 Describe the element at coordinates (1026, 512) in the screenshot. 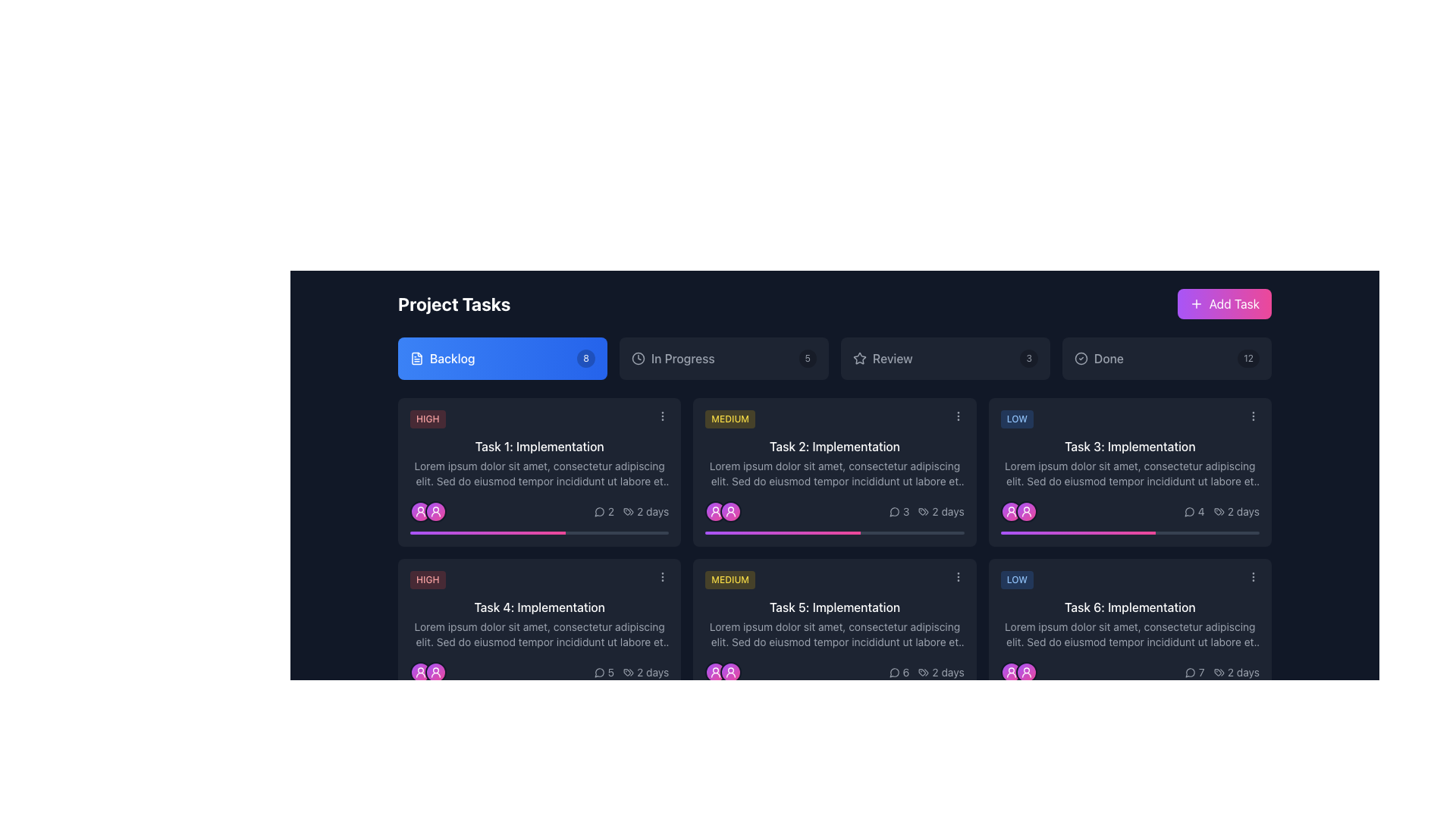

I see `the user icon located at the center of the circular gradient background within the 'LOW' task card of 'Task 3: Implementation'` at that location.